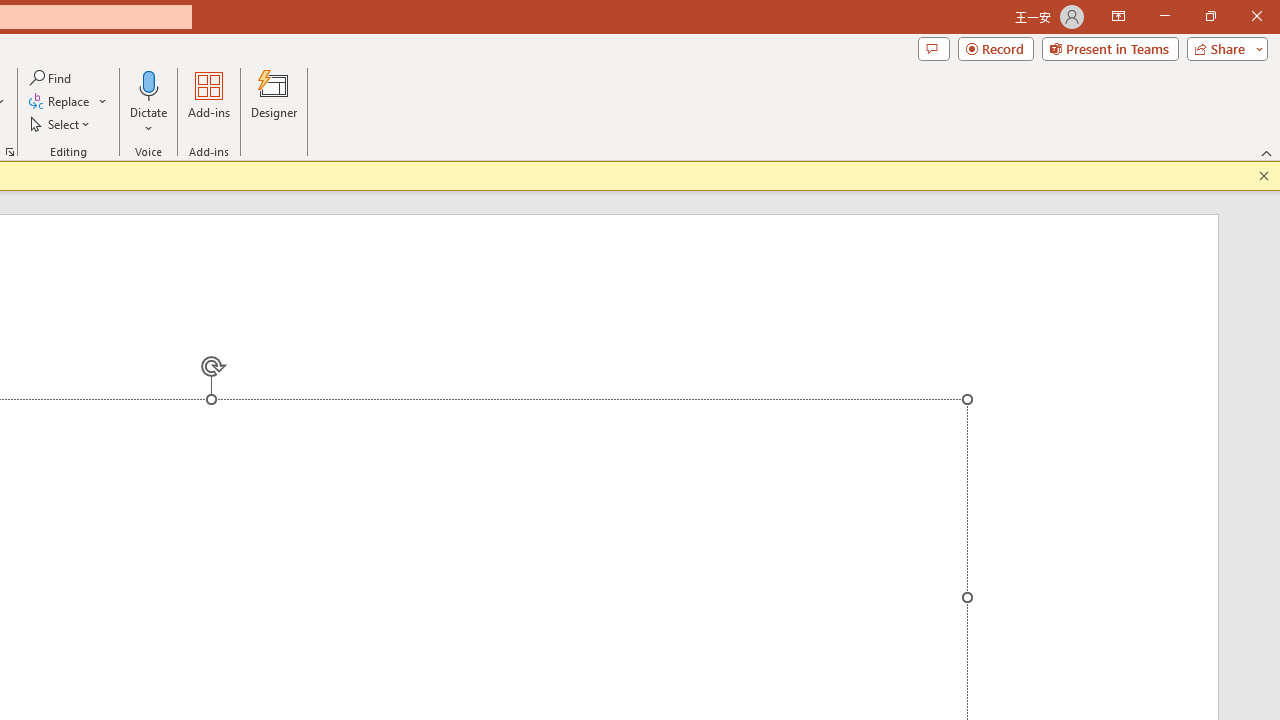 This screenshot has height=720, width=1280. I want to click on 'More Options', so click(148, 121).